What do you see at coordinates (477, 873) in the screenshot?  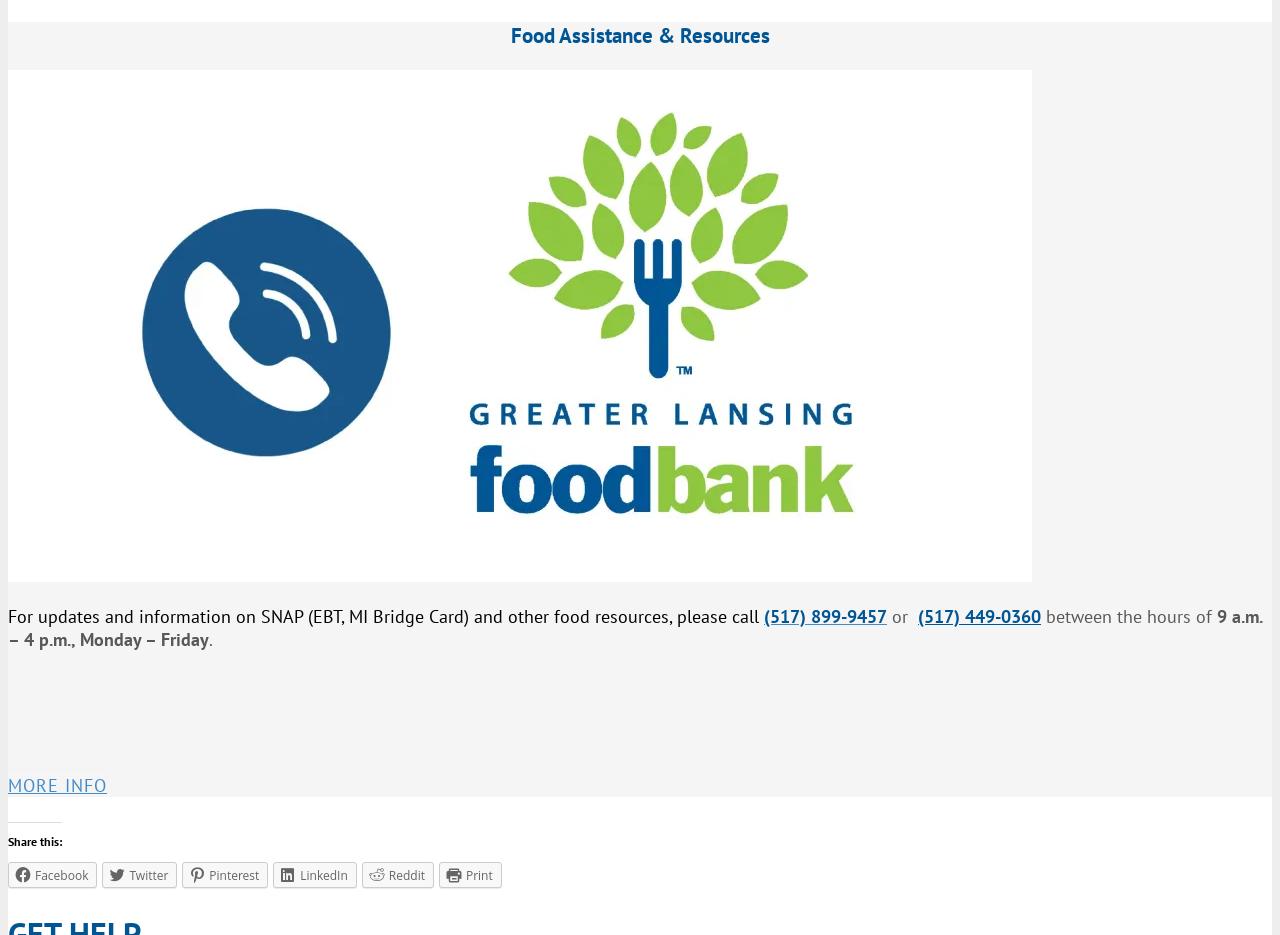 I see `'Print'` at bounding box center [477, 873].